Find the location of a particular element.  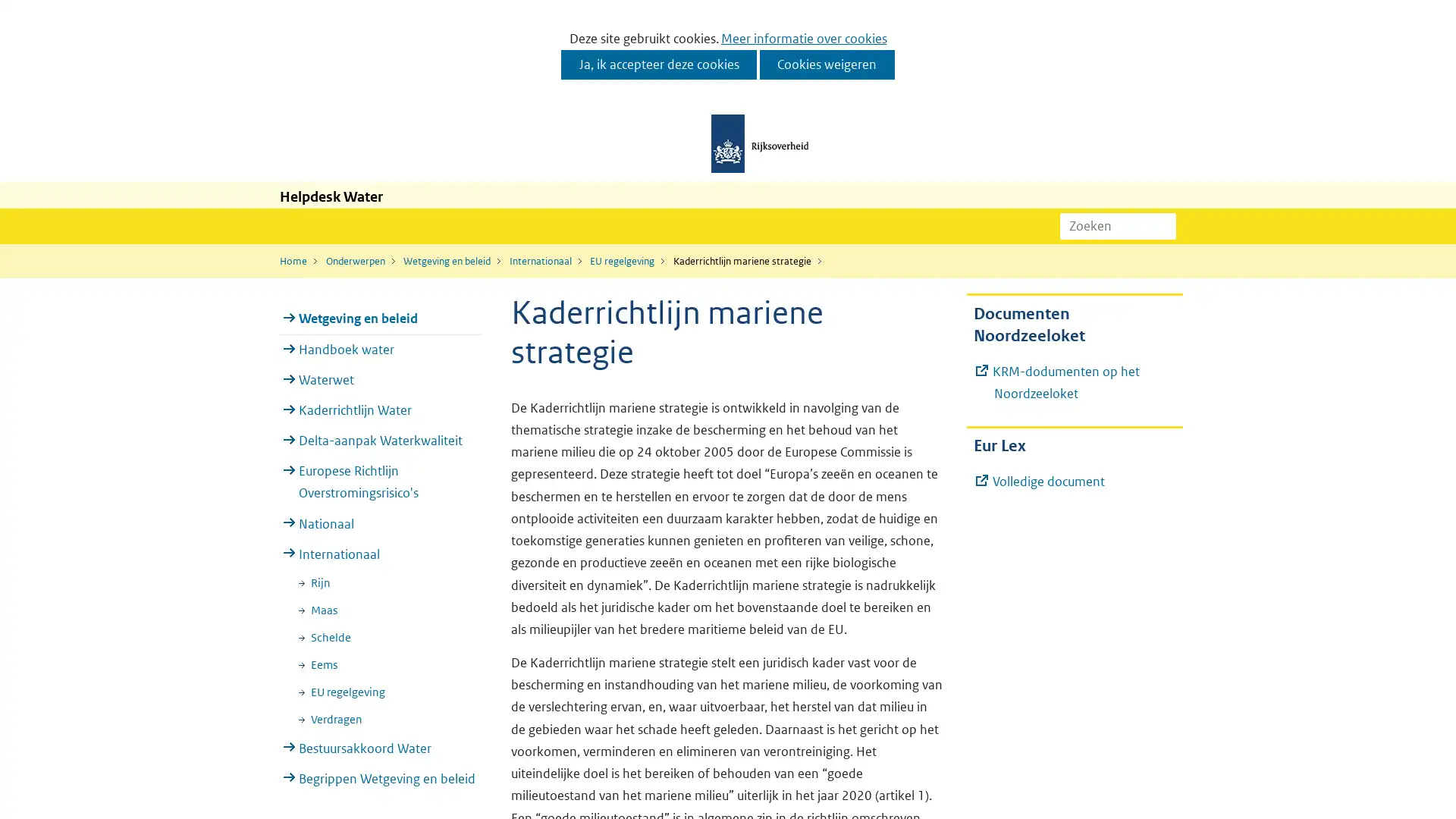

Zoeken is located at coordinates (1163, 225).